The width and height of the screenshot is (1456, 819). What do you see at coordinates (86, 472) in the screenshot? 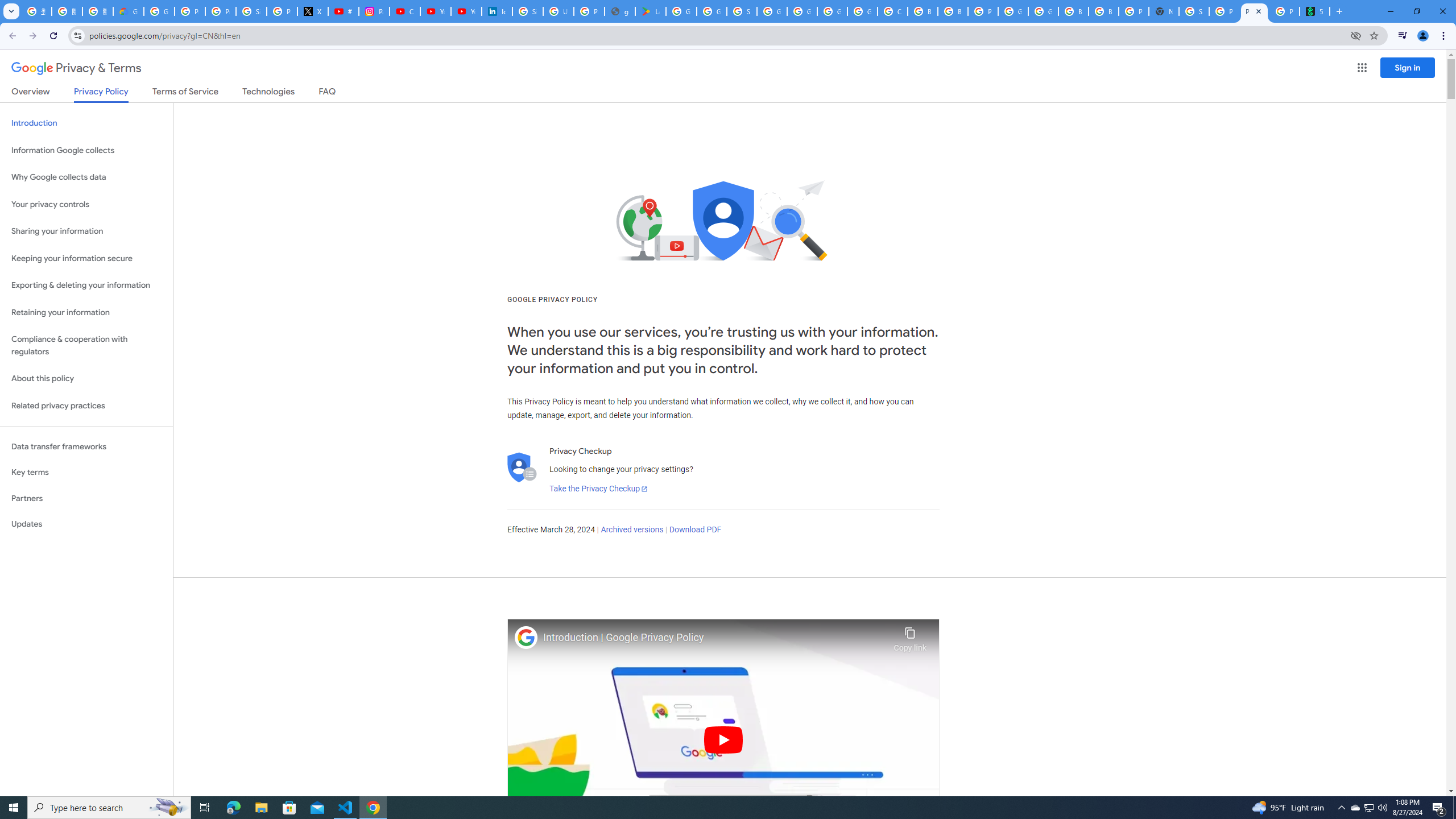
I see `'Key terms'` at bounding box center [86, 472].